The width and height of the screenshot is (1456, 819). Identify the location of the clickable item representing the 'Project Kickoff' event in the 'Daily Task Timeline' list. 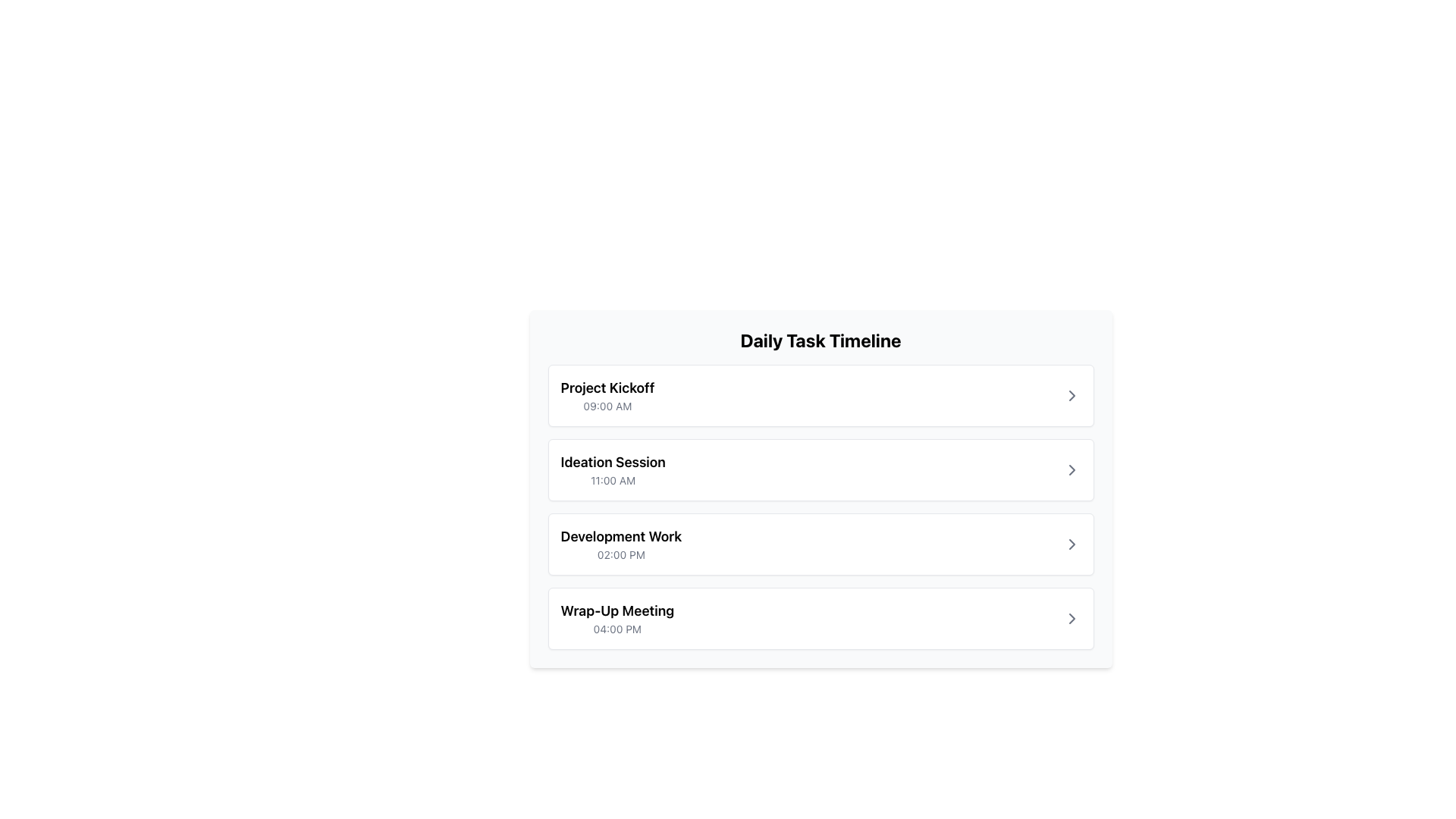
(820, 394).